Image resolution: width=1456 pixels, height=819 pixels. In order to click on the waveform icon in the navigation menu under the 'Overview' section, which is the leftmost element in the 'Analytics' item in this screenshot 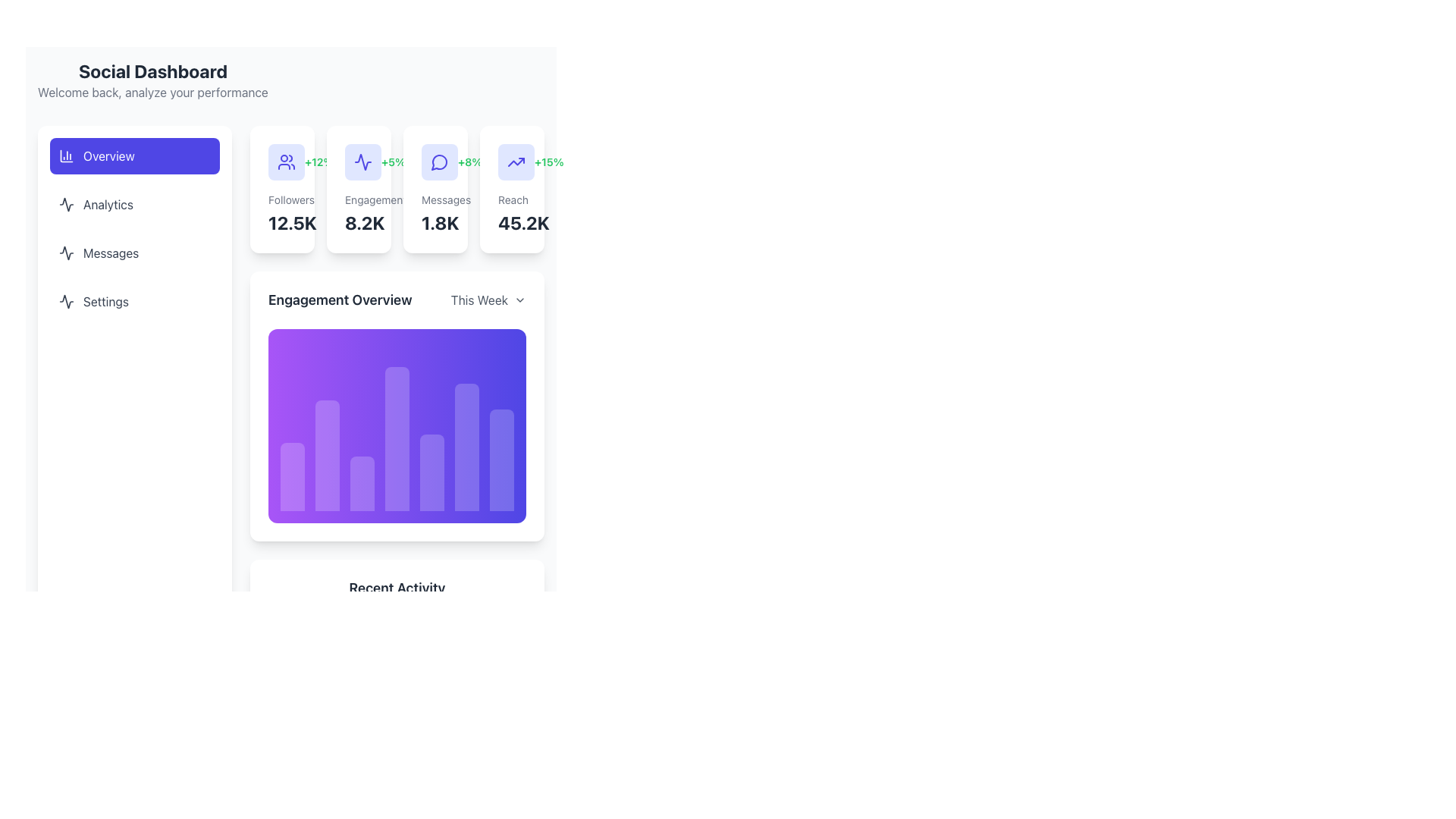, I will do `click(65, 205)`.